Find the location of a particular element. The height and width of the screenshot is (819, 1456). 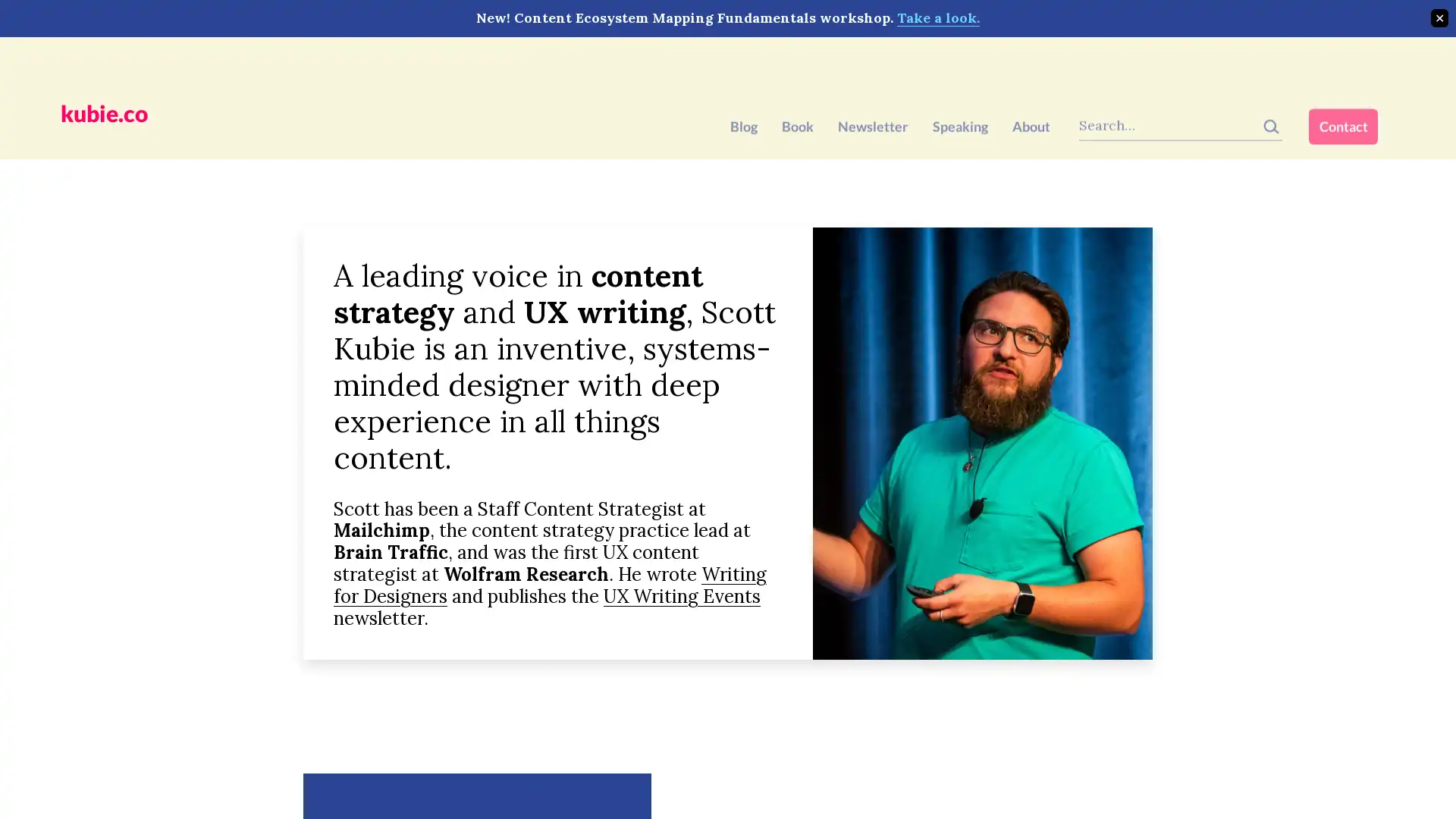

Search is located at coordinates (1288, 67).